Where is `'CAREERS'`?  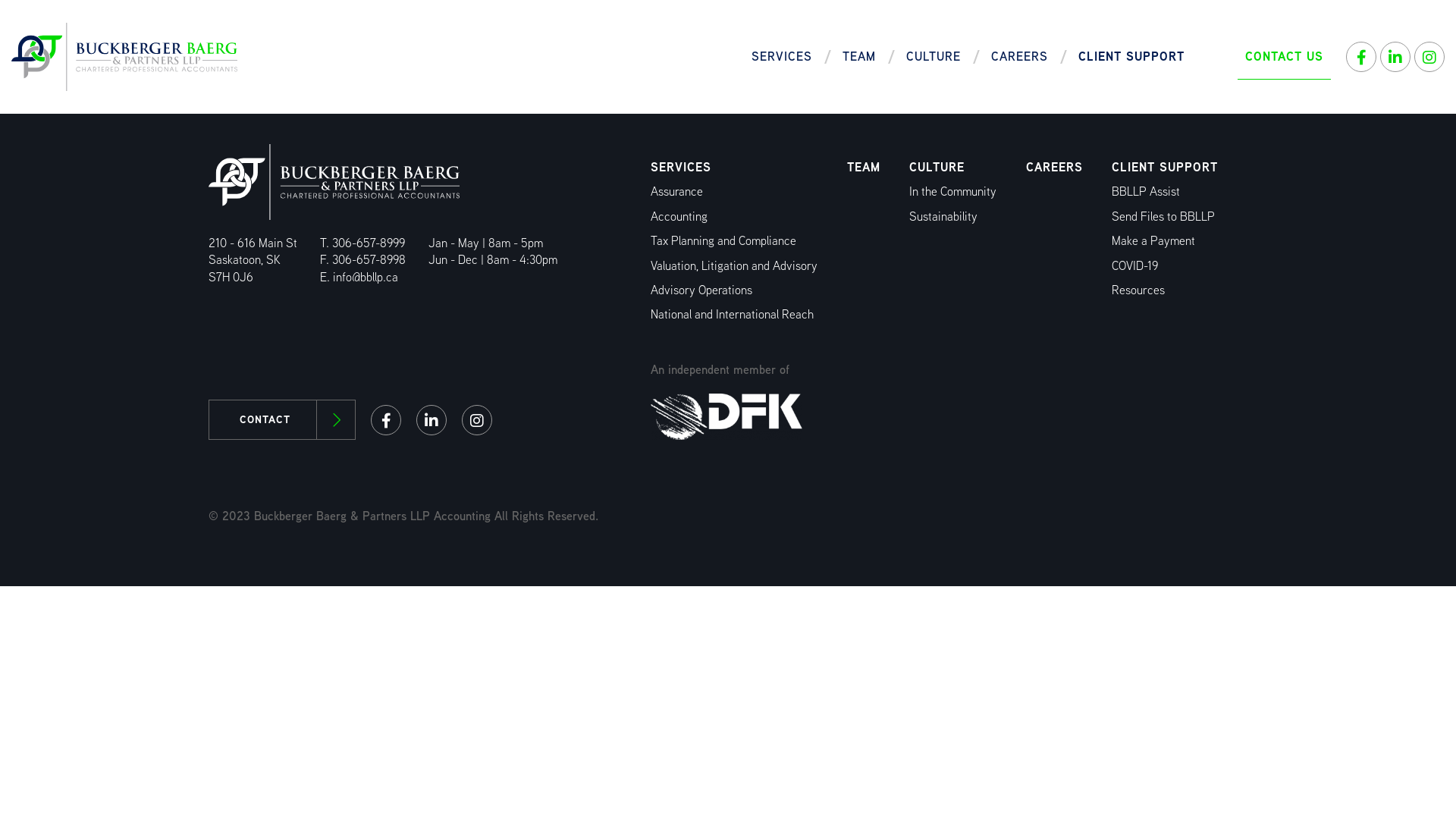
'CAREERS' is located at coordinates (1053, 167).